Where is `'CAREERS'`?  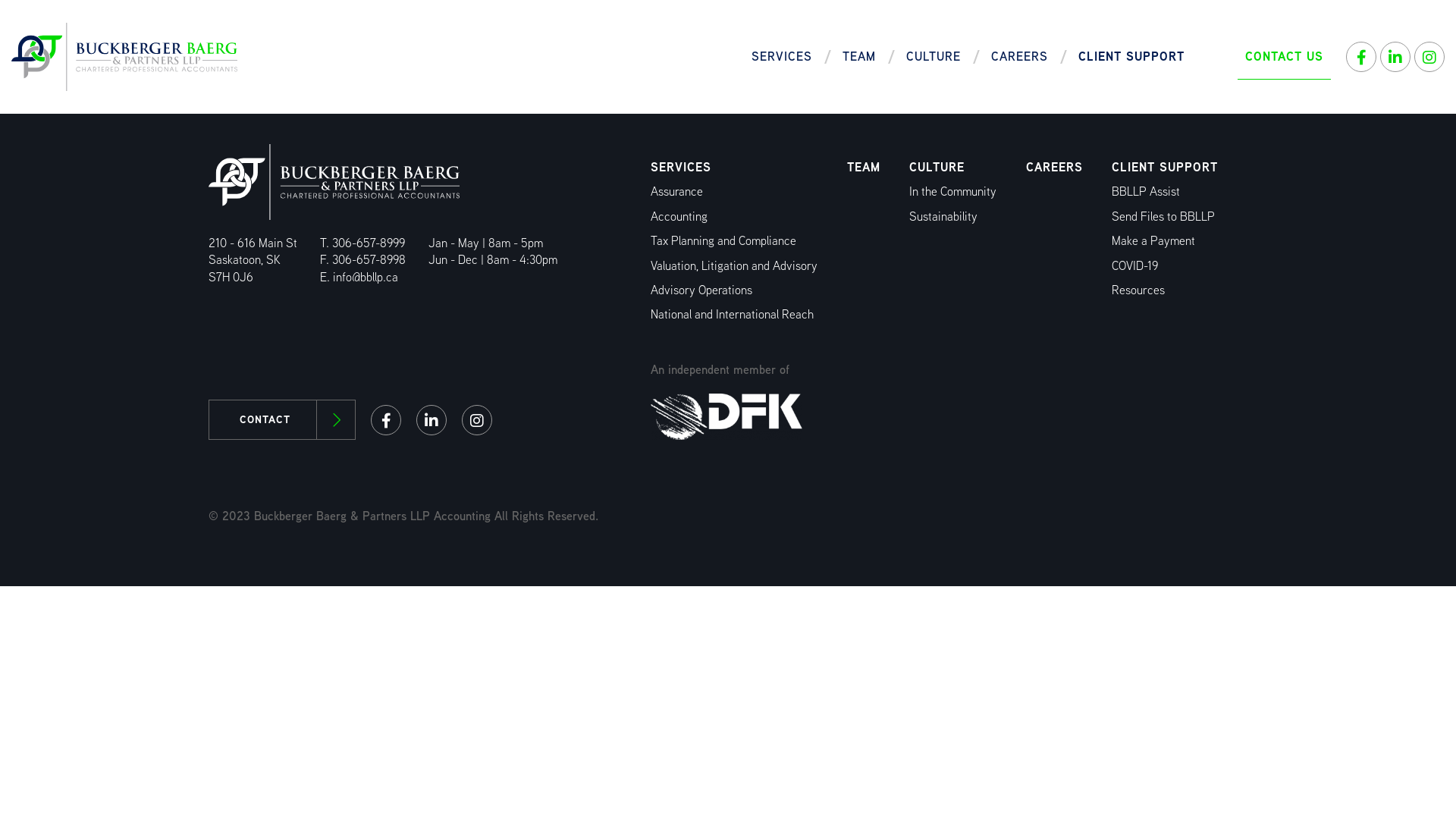
'CAREERS' is located at coordinates (1053, 167).